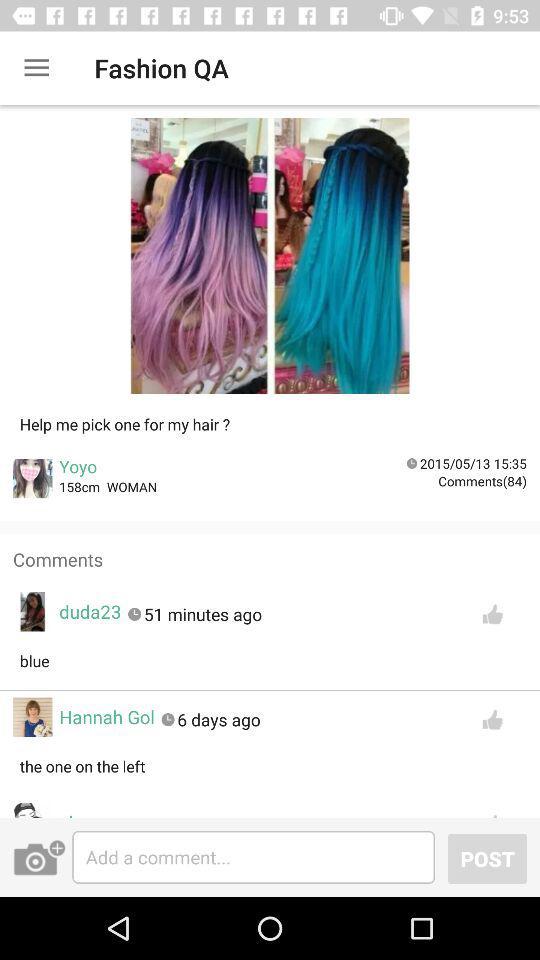 This screenshot has width=540, height=960. What do you see at coordinates (270, 261) in the screenshot?
I see `the first box` at bounding box center [270, 261].